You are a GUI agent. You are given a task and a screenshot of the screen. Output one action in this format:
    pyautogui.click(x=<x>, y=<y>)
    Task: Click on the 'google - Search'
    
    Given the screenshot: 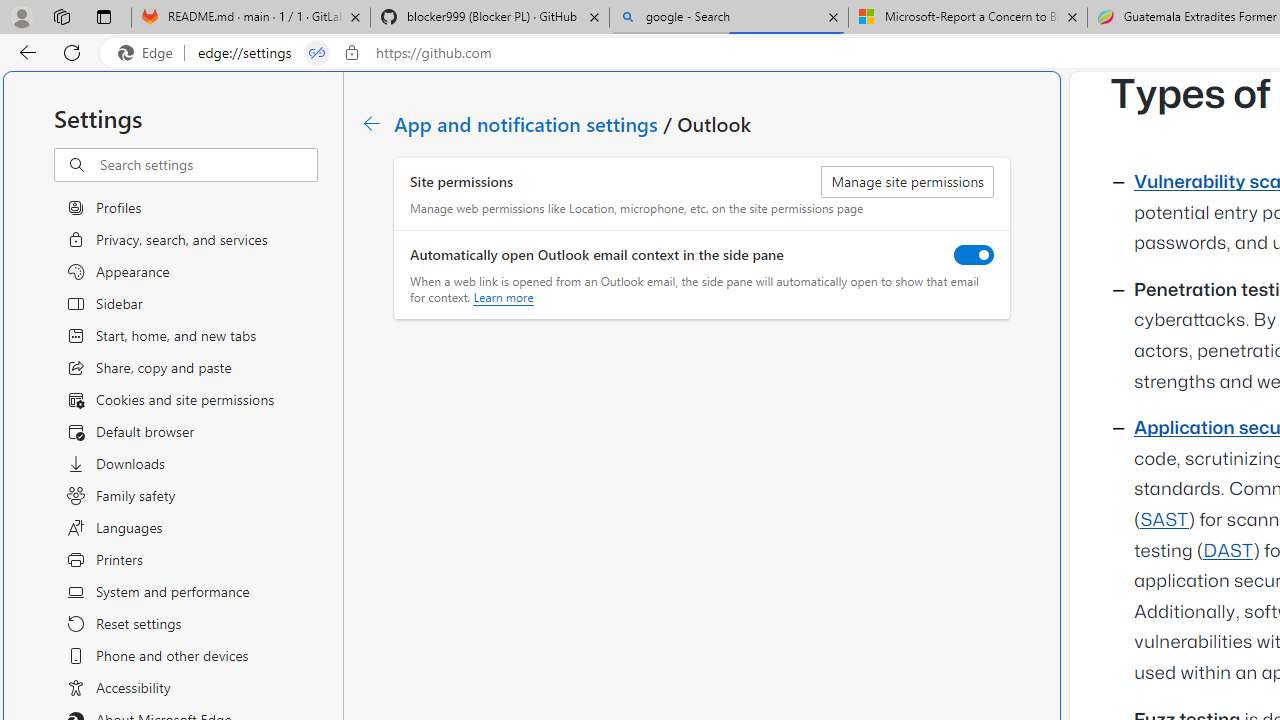 What is the action you would take?
    pyautogui.click(x=728, y=17)
    